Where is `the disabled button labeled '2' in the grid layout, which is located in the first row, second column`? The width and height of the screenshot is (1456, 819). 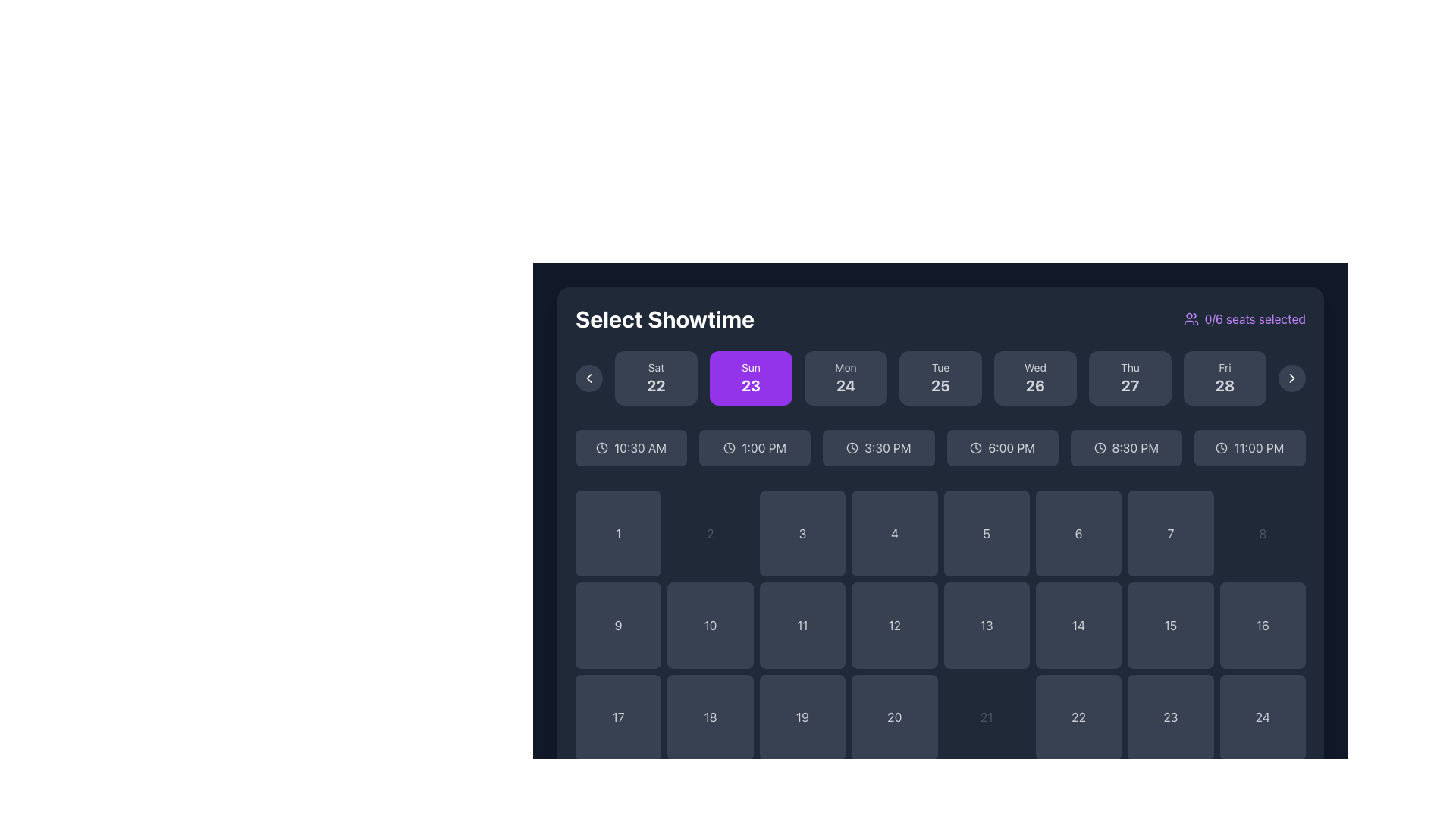
the disabled button labeled '2' in the grid layout, which is located in the first row, second column is located at coordinates (710, 532).